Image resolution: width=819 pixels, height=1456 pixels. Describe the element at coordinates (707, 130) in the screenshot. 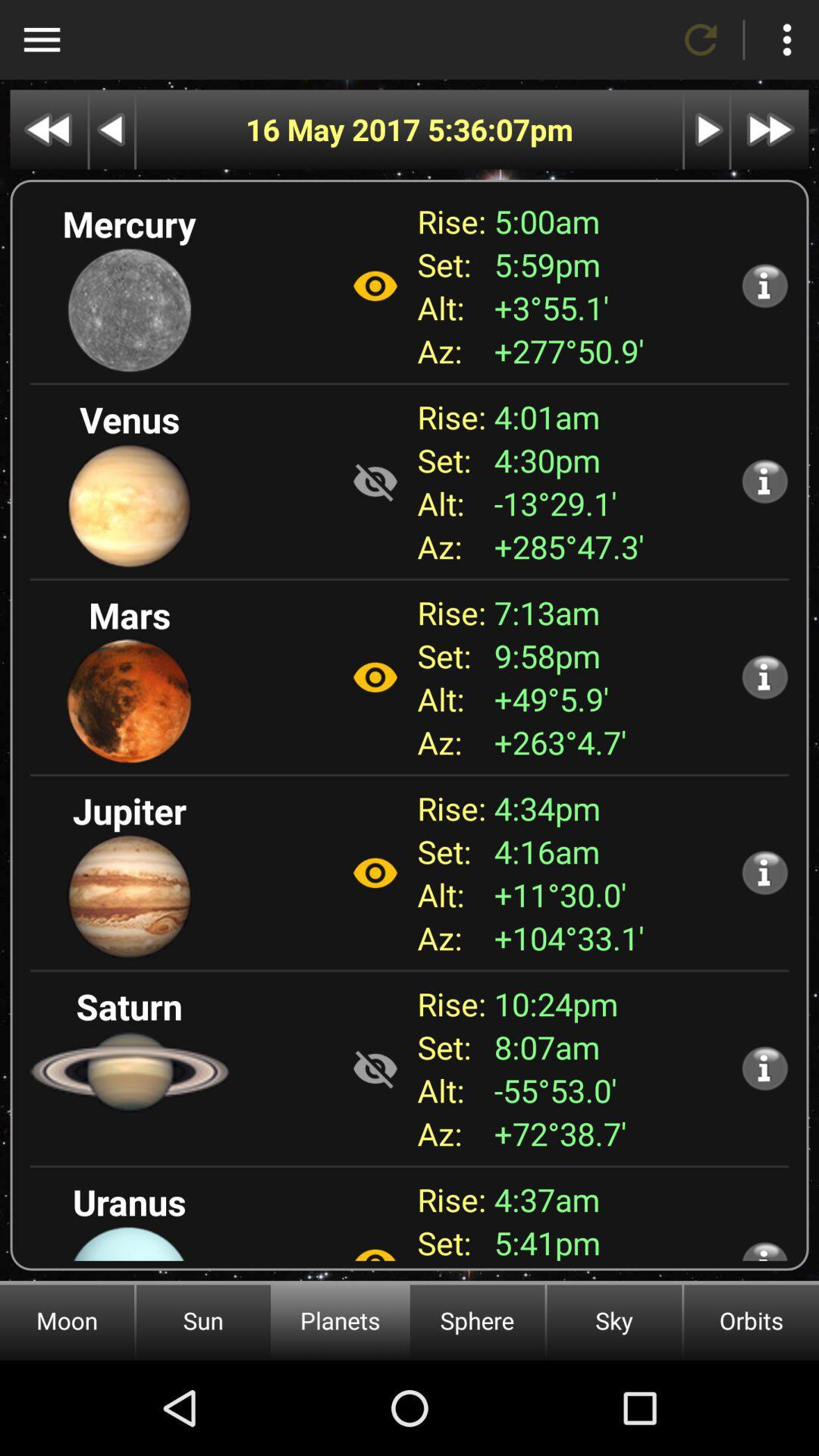

I see `shows play icon` at that location.